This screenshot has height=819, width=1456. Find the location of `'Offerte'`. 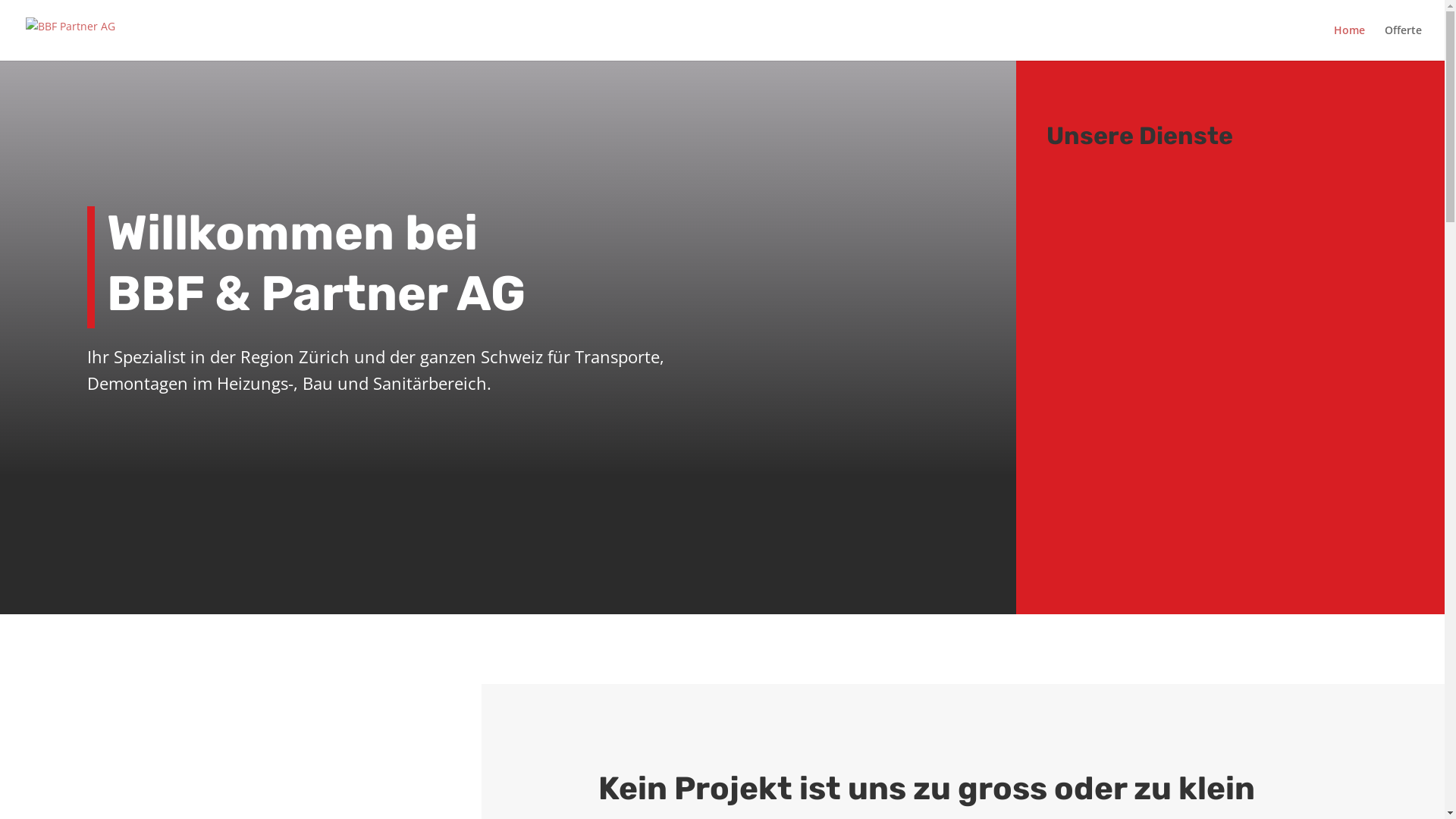

'Offerte' is located at coordinates (1402, 42).